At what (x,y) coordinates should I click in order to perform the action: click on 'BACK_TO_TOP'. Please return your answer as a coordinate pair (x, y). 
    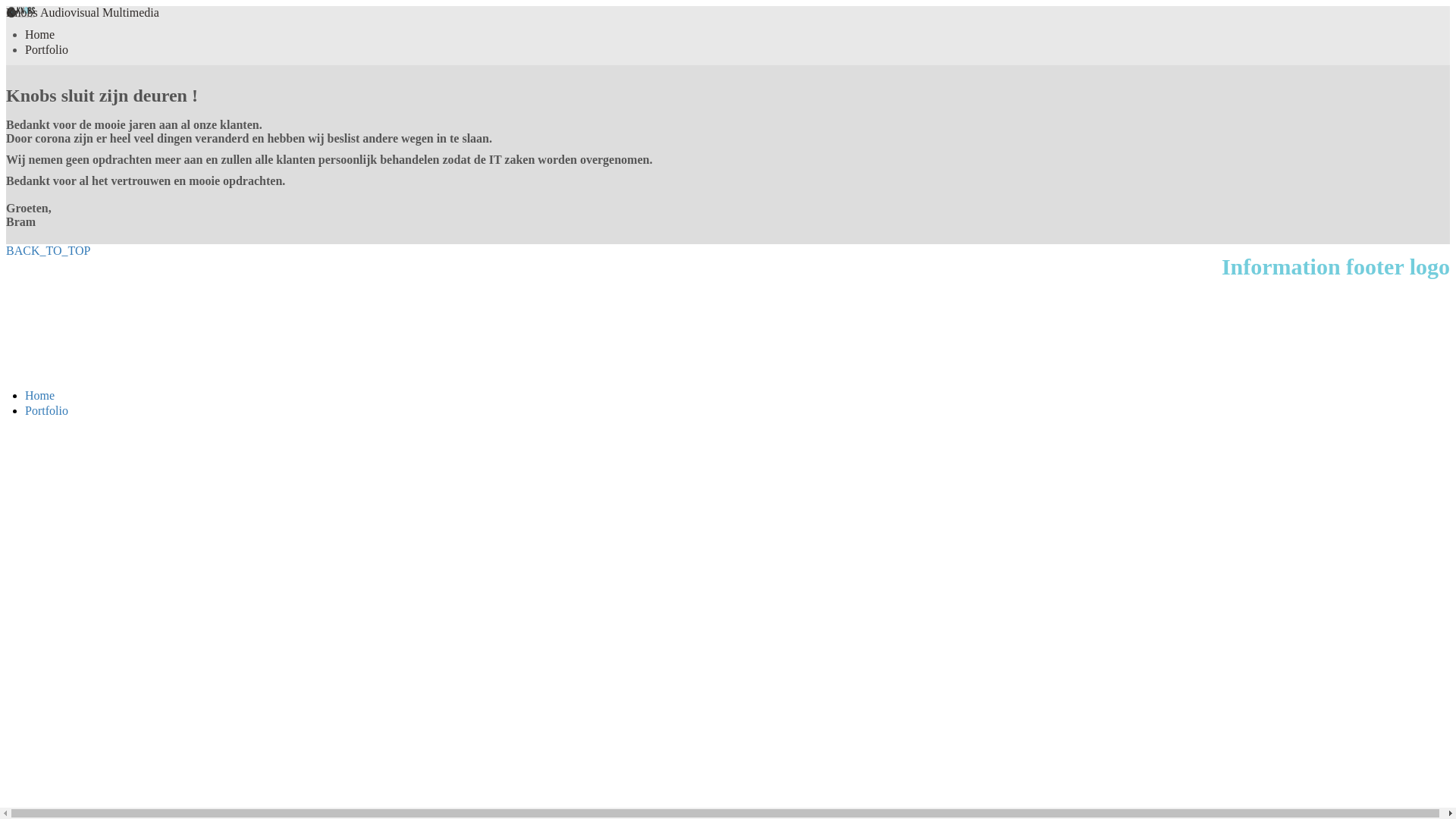
    Looking at the image, I should click on (48, 249).